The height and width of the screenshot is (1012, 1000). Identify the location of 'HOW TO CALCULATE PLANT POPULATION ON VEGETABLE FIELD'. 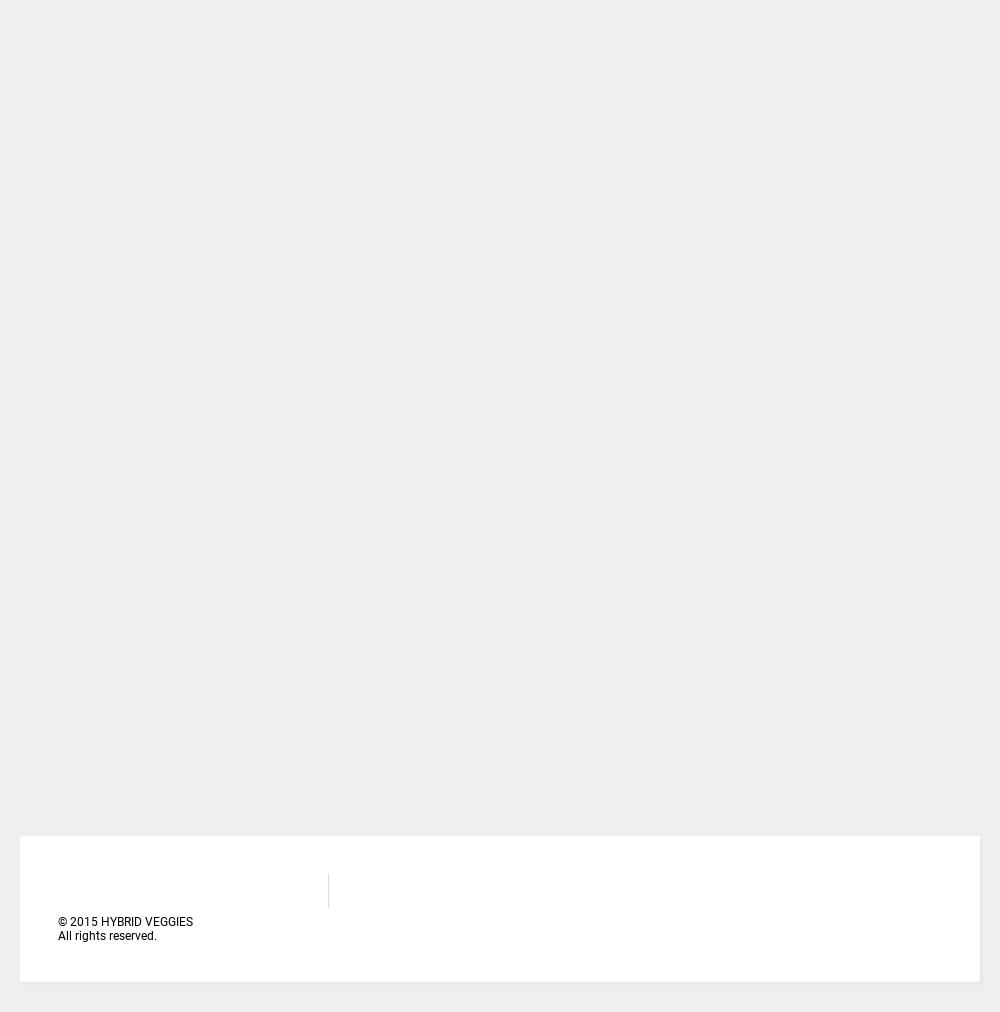
(256, 70).